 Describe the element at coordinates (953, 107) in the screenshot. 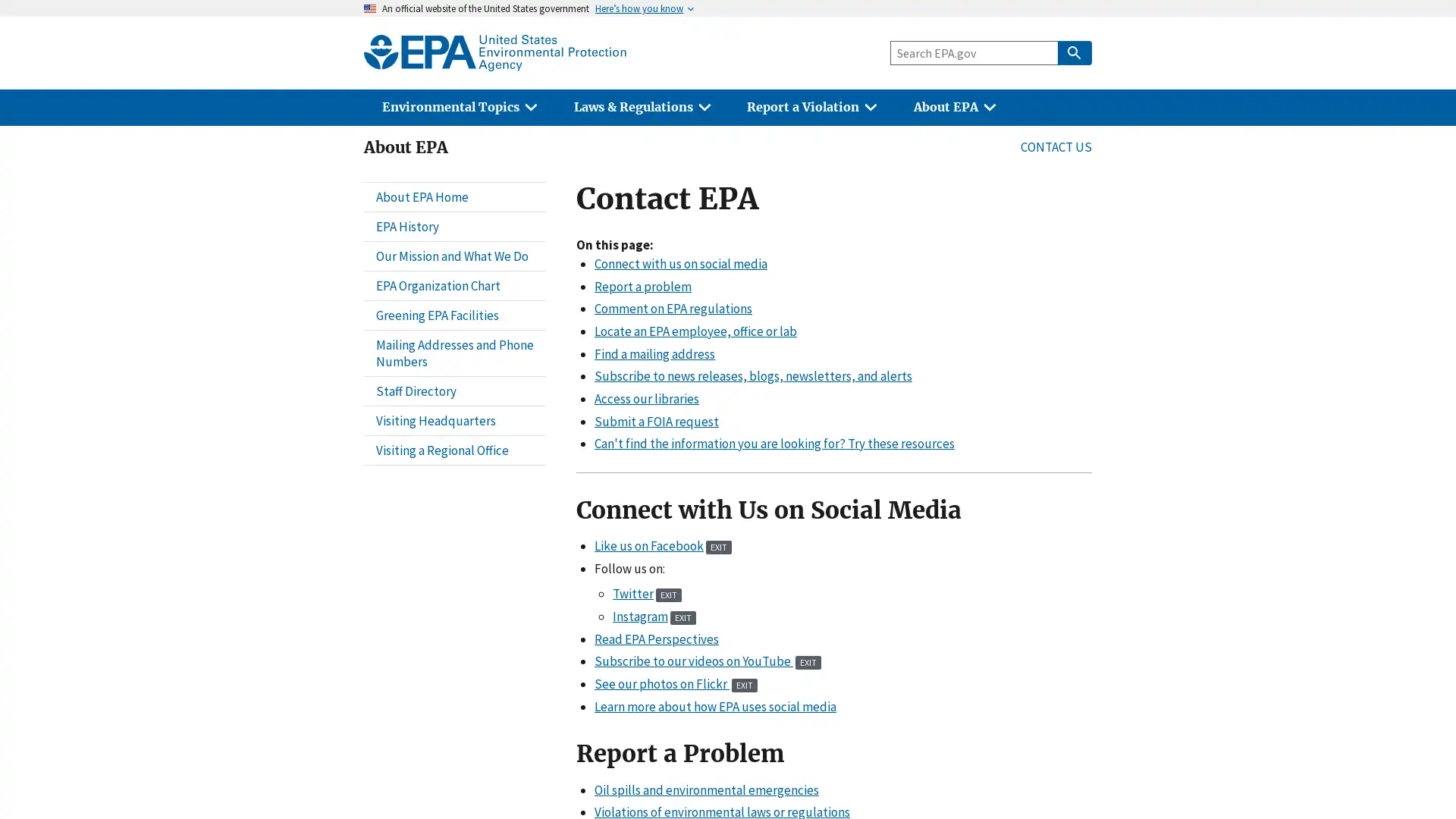

I see `About EPA` at that location.